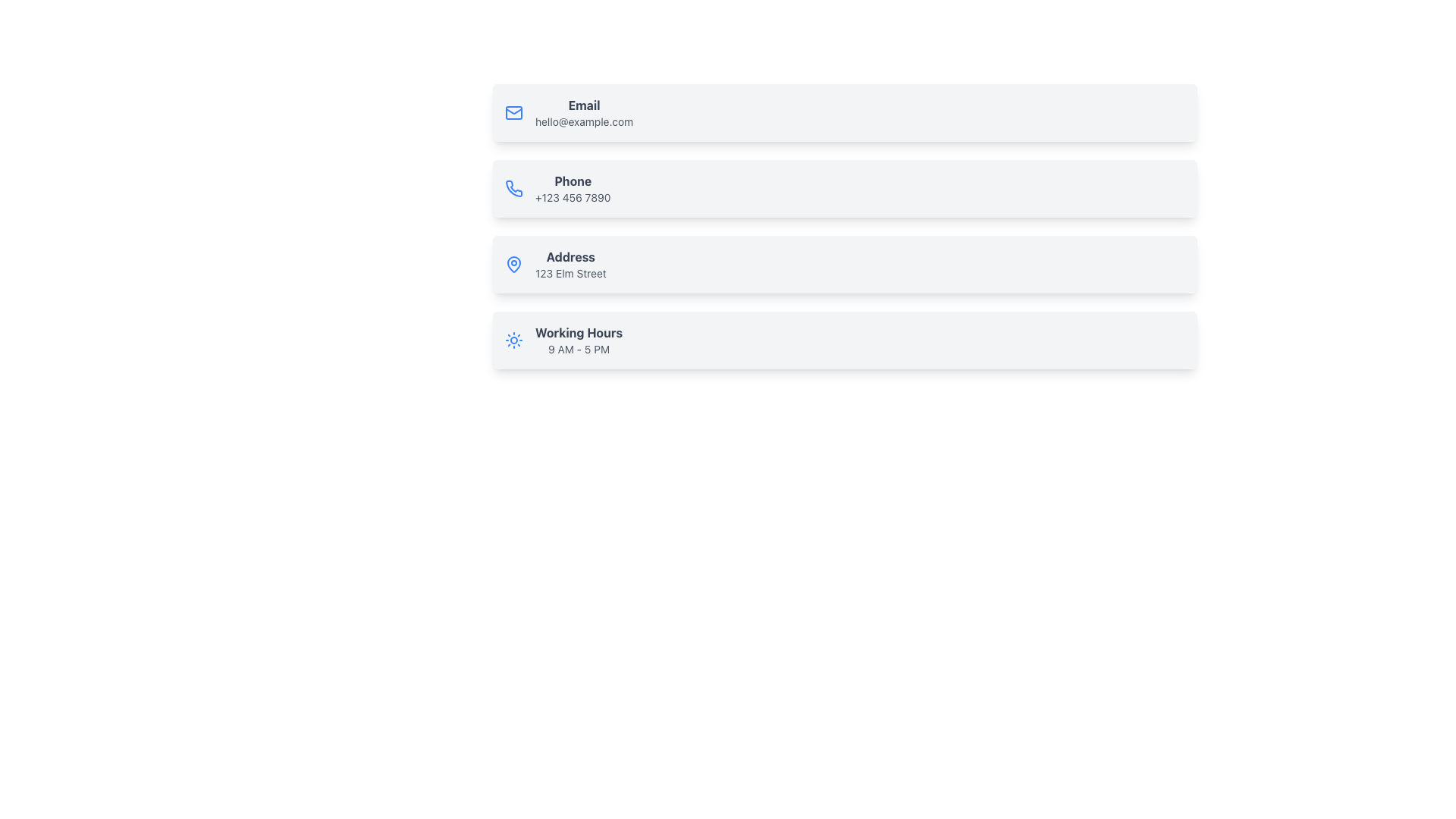  Describe the element at coordinates (513, 112) in the screenshot. I see `the mail icon with rounded edges and a blue outline located at the top-left corner of the Email section, to the left of the 'Email' label` at that location.